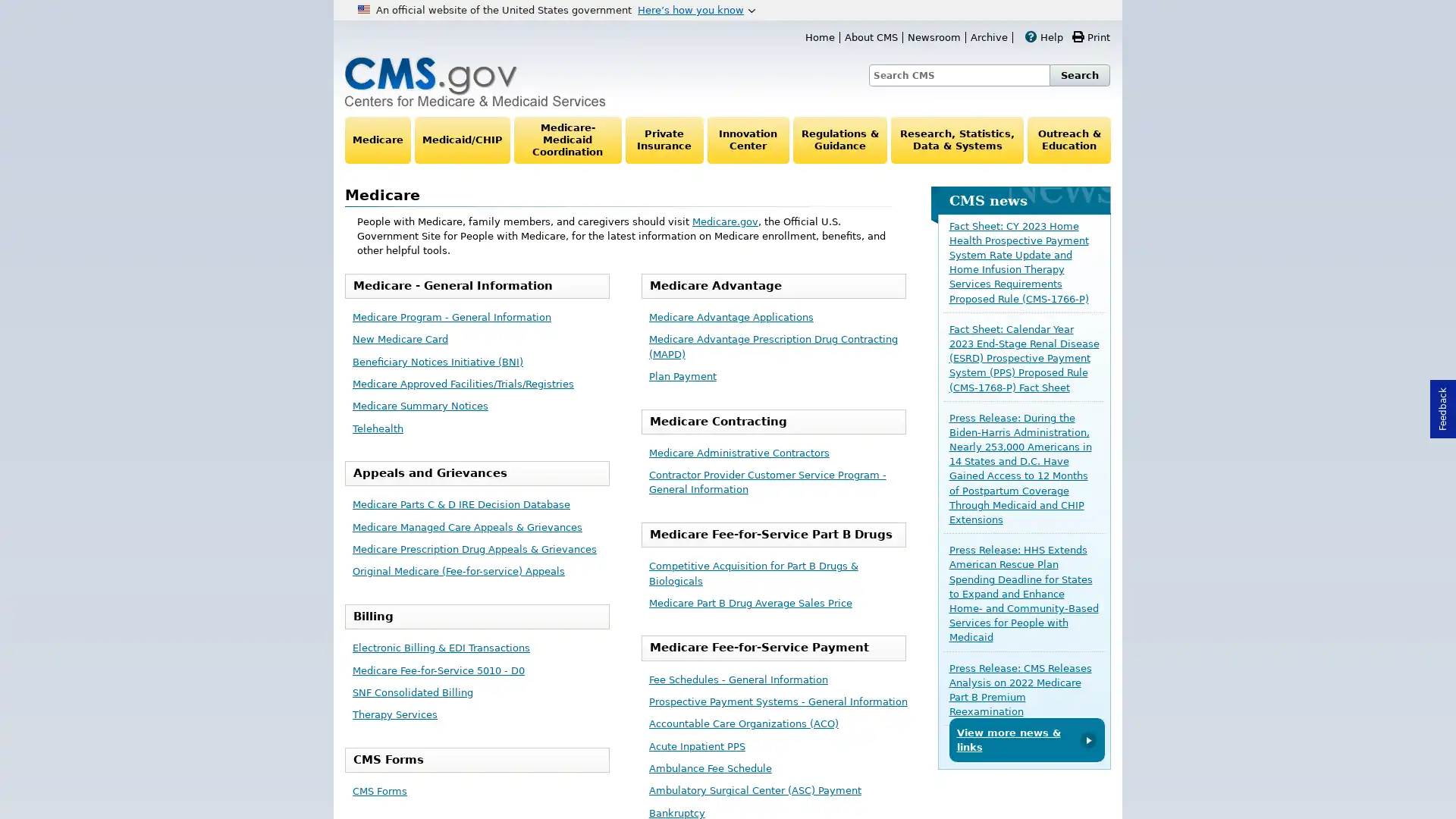 Image resolution: width=1456 pixels, height=819 pixels. I want to click on Heres how you know, so click(695, 9).